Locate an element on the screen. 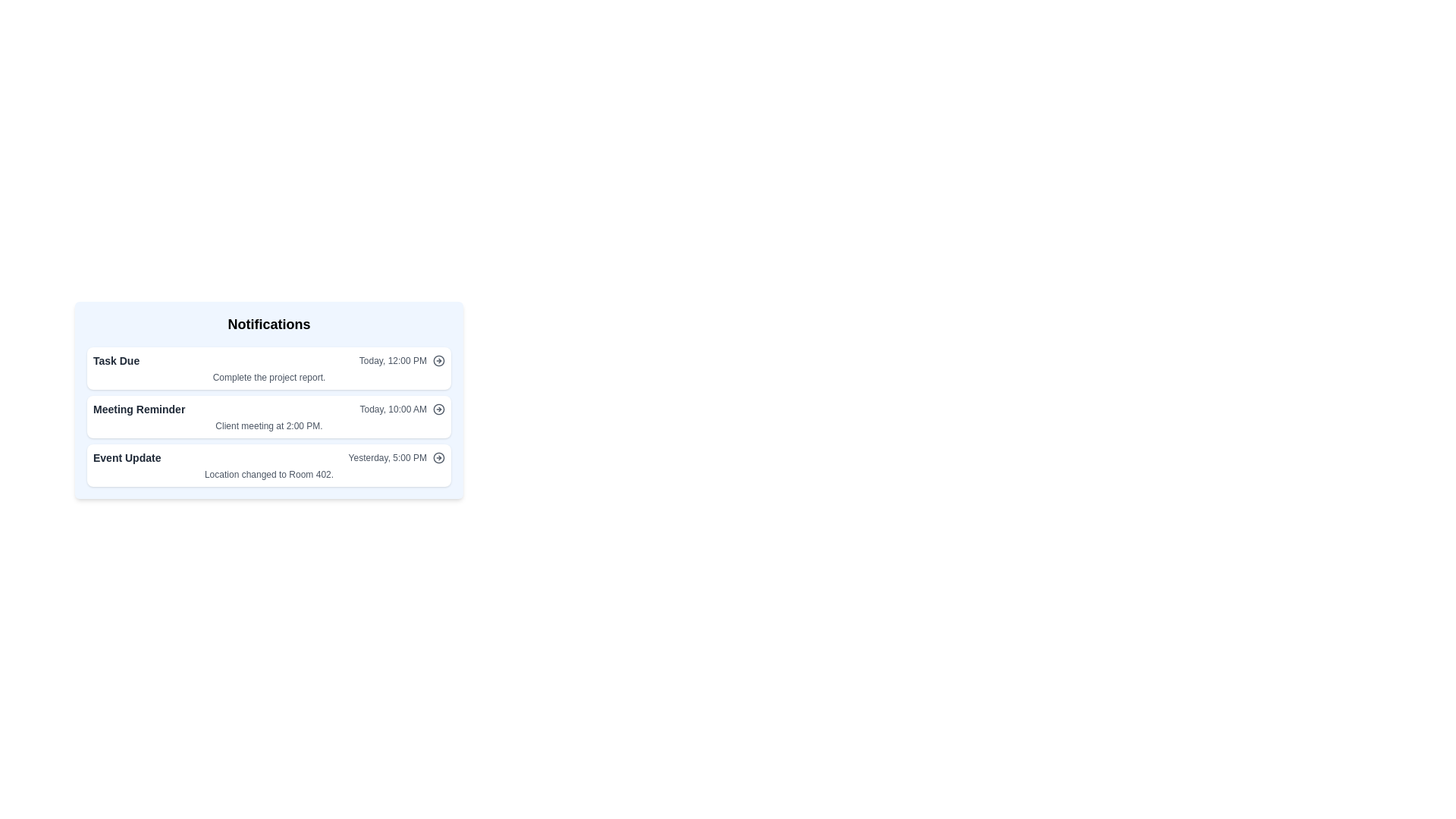  the text element displaying 'Today, 12:00 PM' which is styled in a small gray font and positioned to the right of the task description 'Task Due' is located at coordinates (402, 360).